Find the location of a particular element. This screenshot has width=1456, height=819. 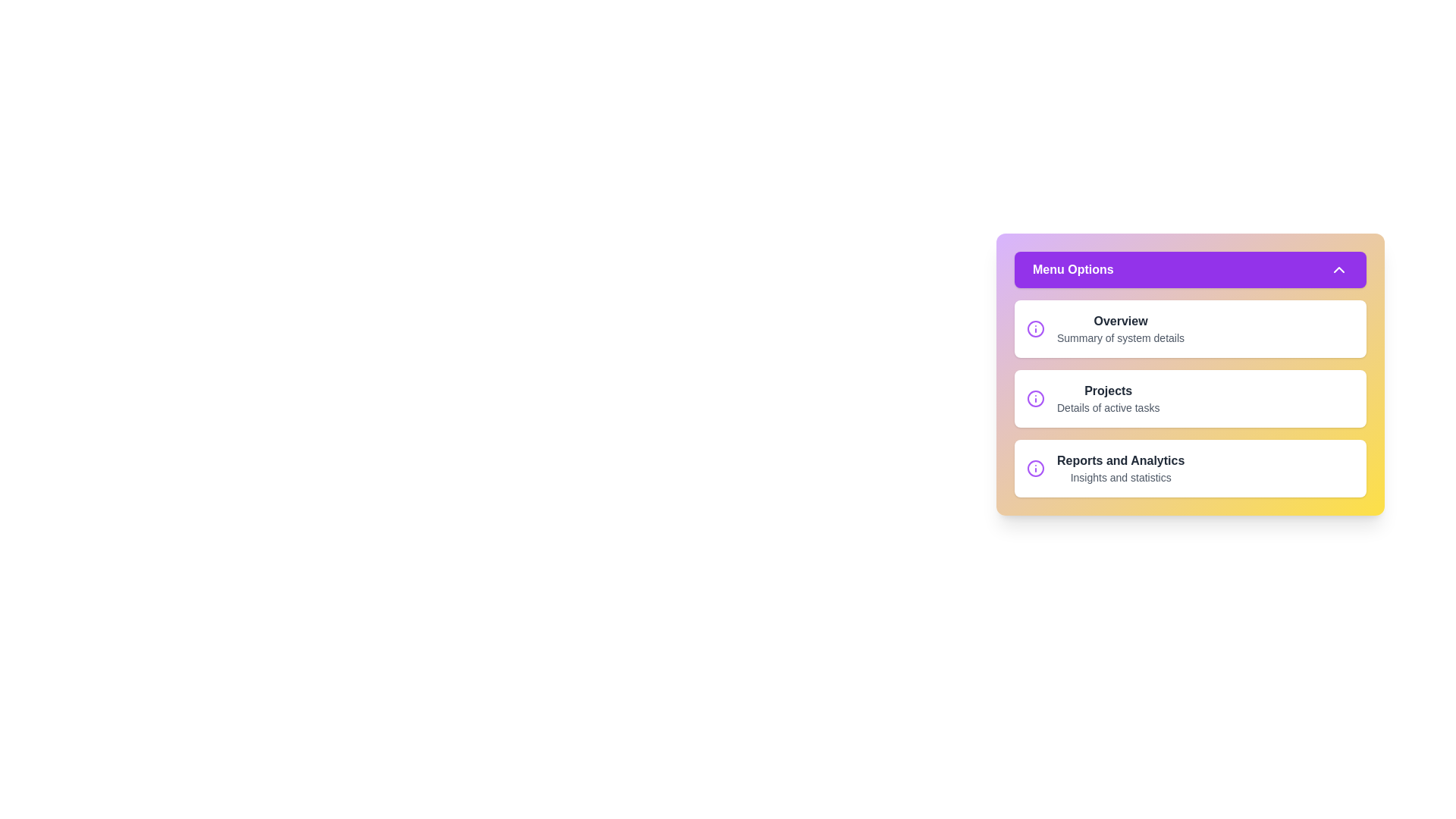

the information icon next to Reports and Analytics in the menu is located at coordinates (1035, 467).